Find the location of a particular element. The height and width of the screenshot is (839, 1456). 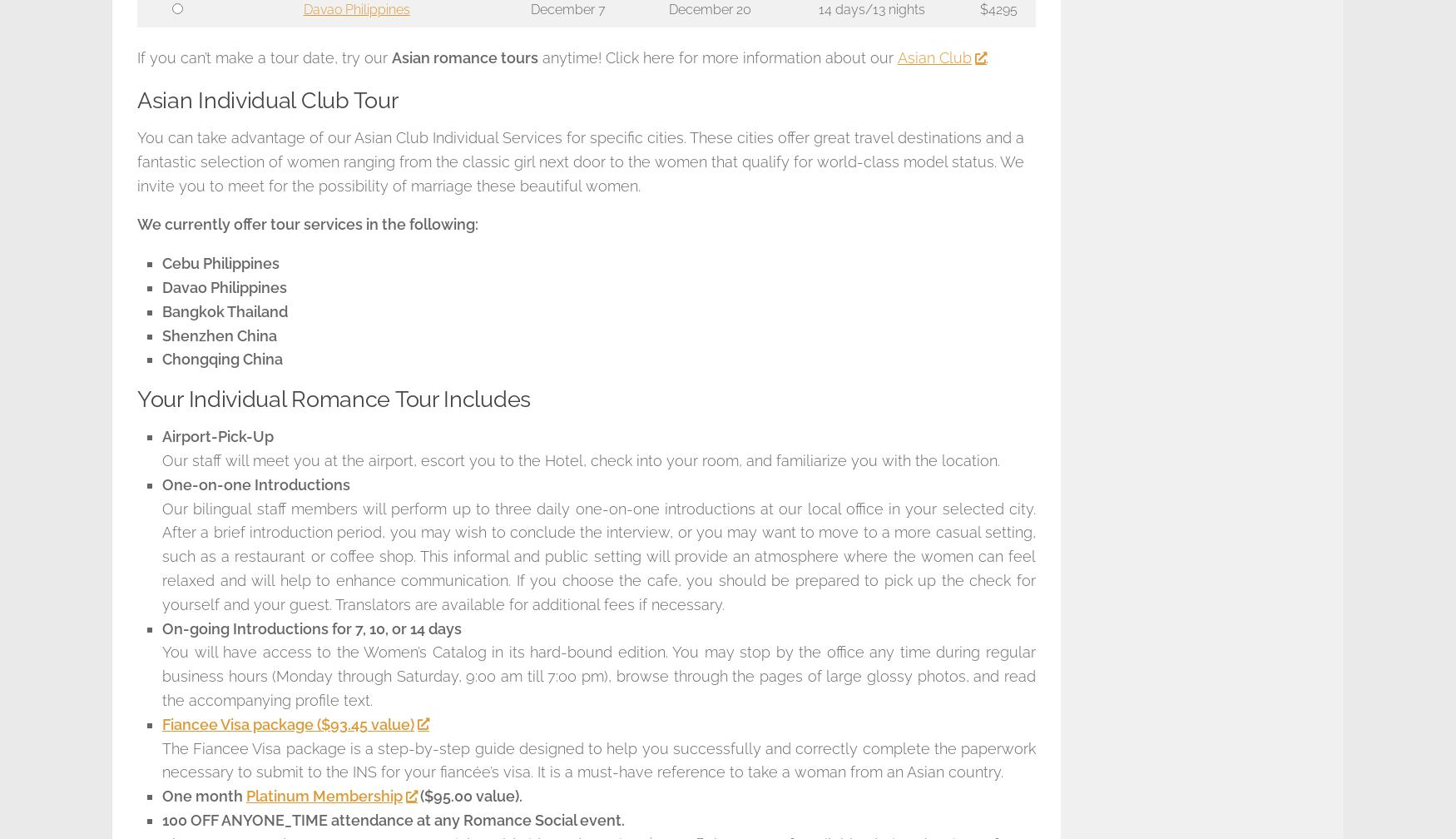

'Our staff will meet you at the airport, escort you to the Hotel, check into your room, and familiarize you with the location.' is located at coordinates (581, 460).